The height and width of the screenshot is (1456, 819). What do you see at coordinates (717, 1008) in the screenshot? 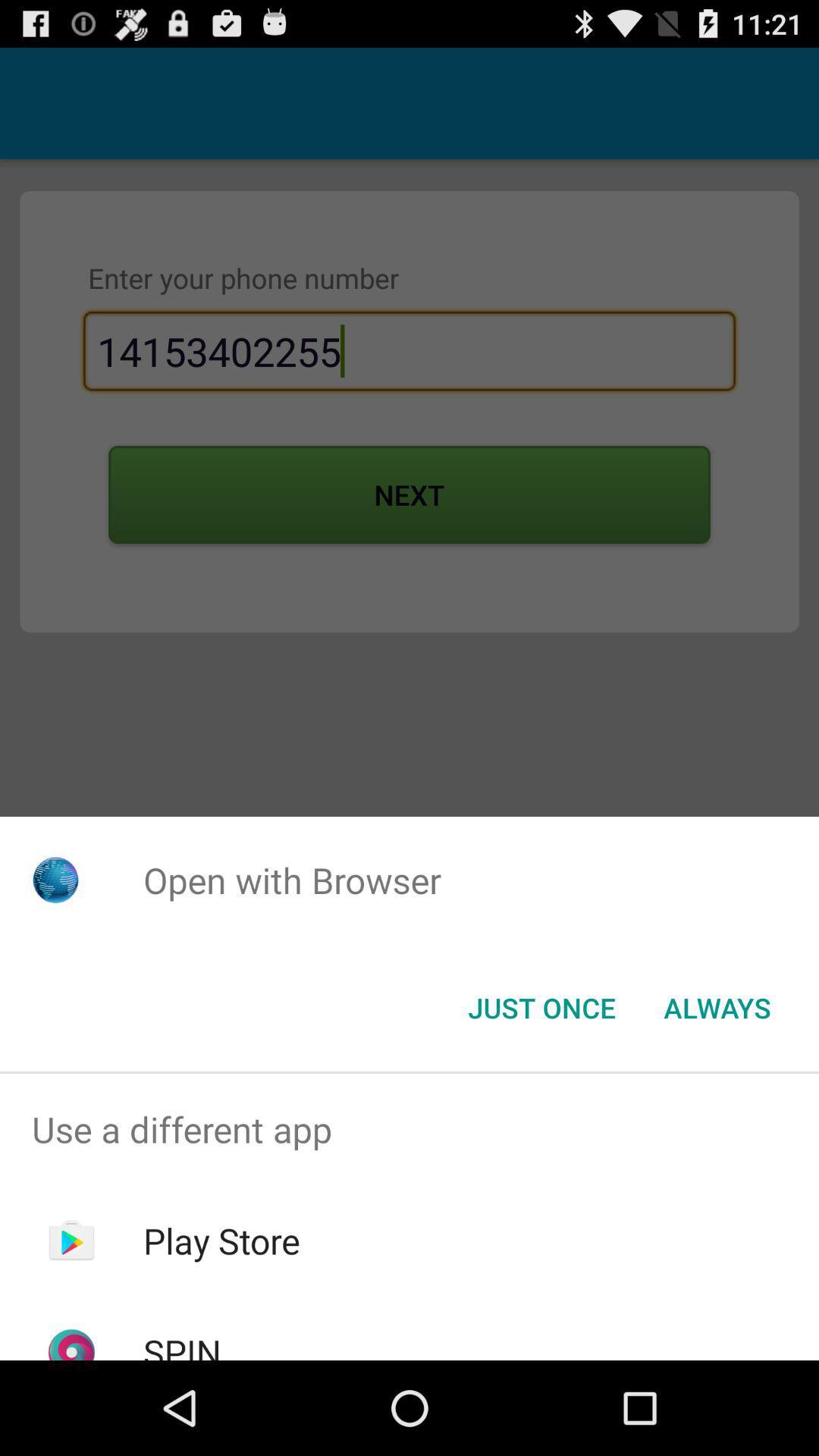
I see `the always button` at bounding box center [717, 1008].